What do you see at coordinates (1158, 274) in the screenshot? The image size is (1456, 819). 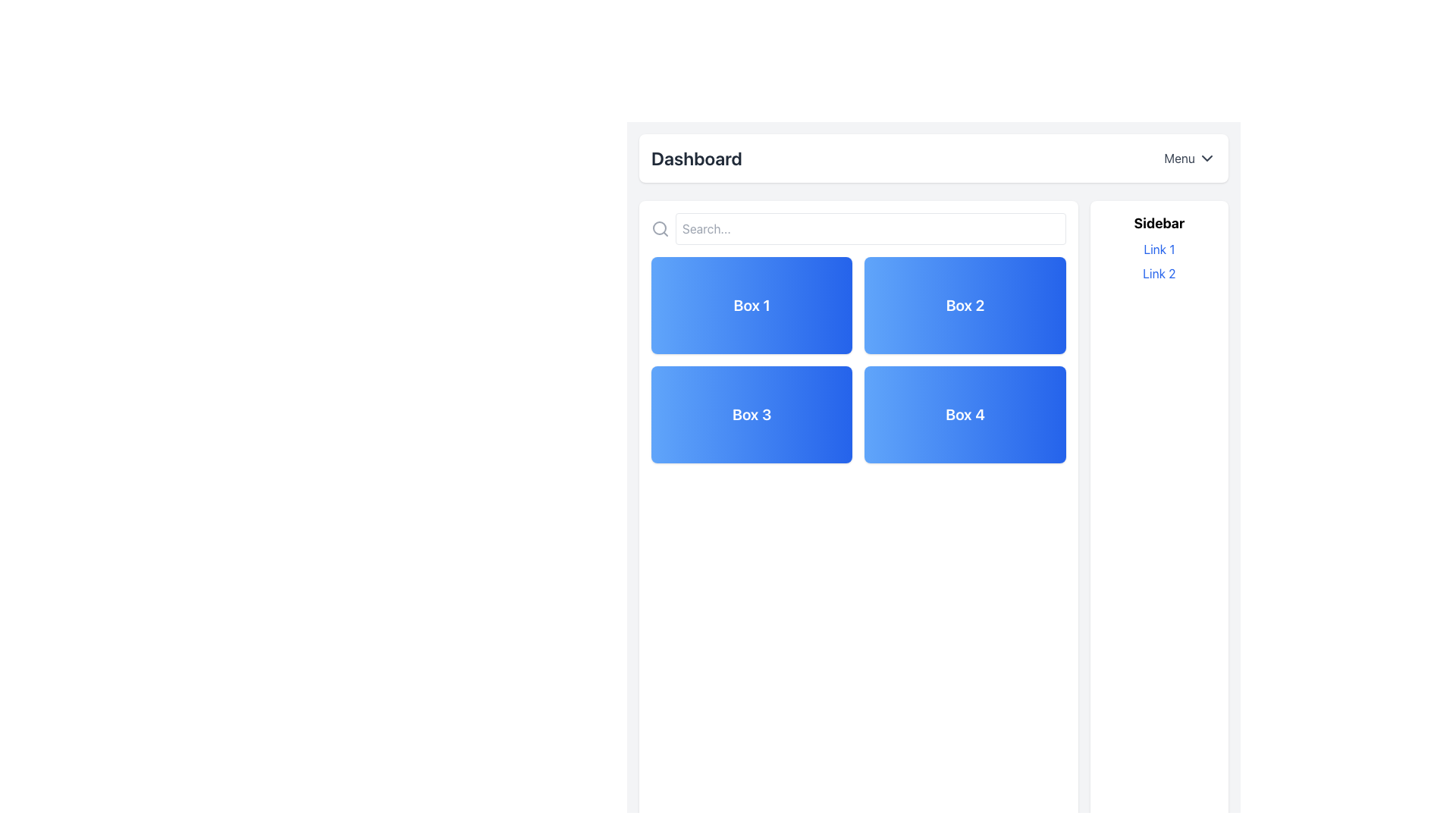 I see `the second hyperlink` at bounding box center [1158, 274].